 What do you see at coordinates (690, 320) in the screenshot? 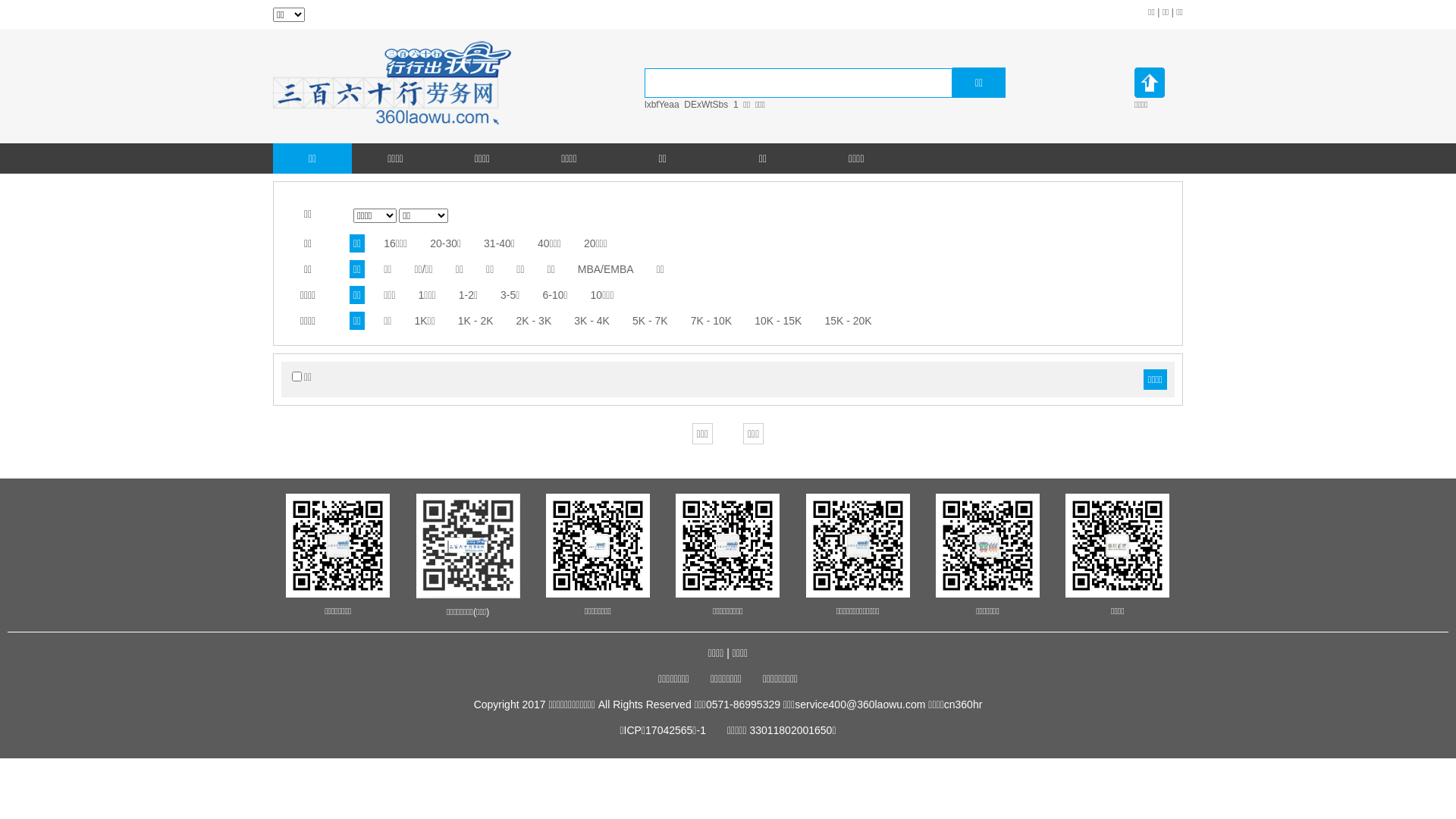
I see `'7K - 10K'` at bounding box center [690, 320].